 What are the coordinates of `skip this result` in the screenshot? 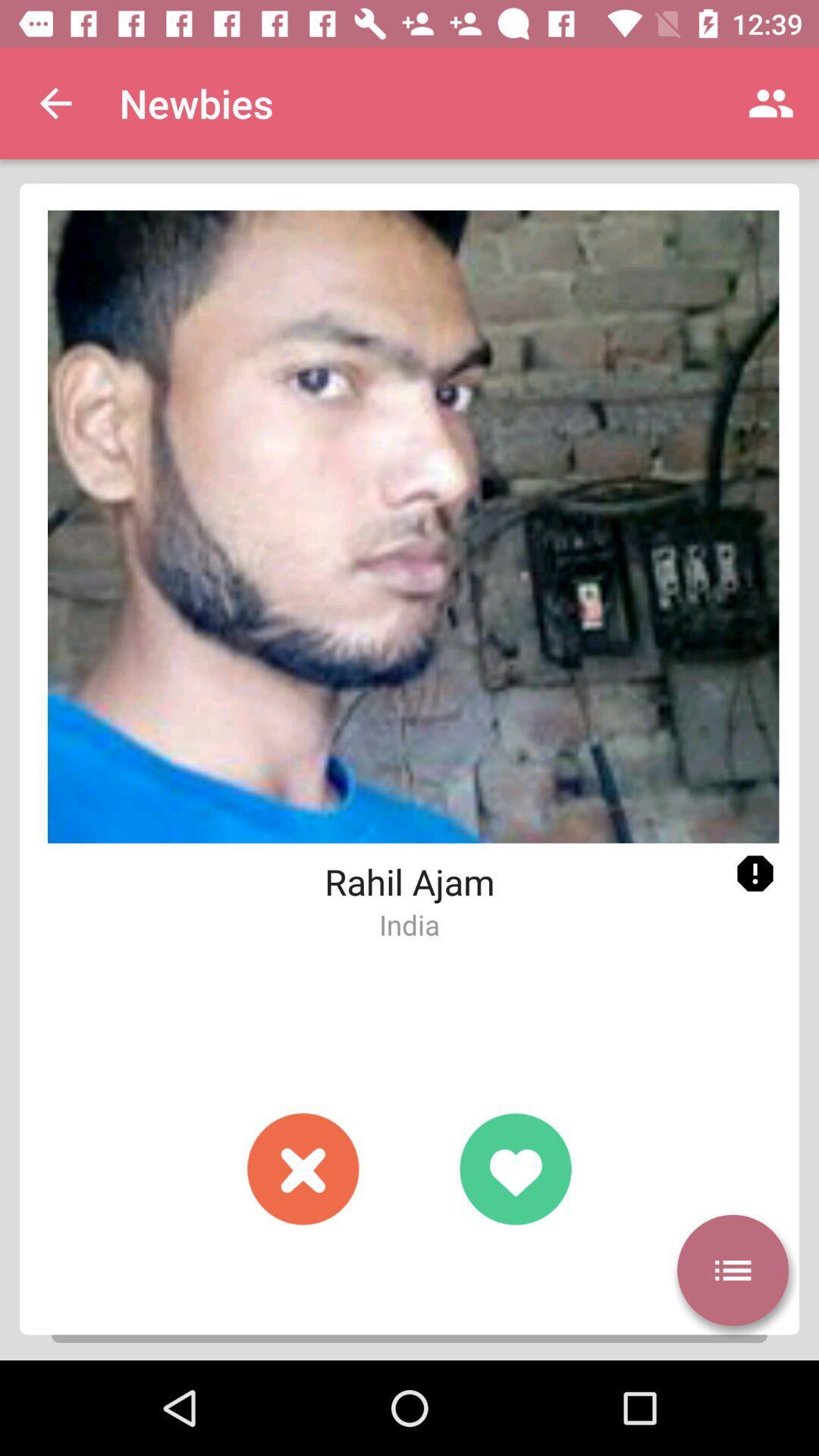 It's located at (303, 1168).